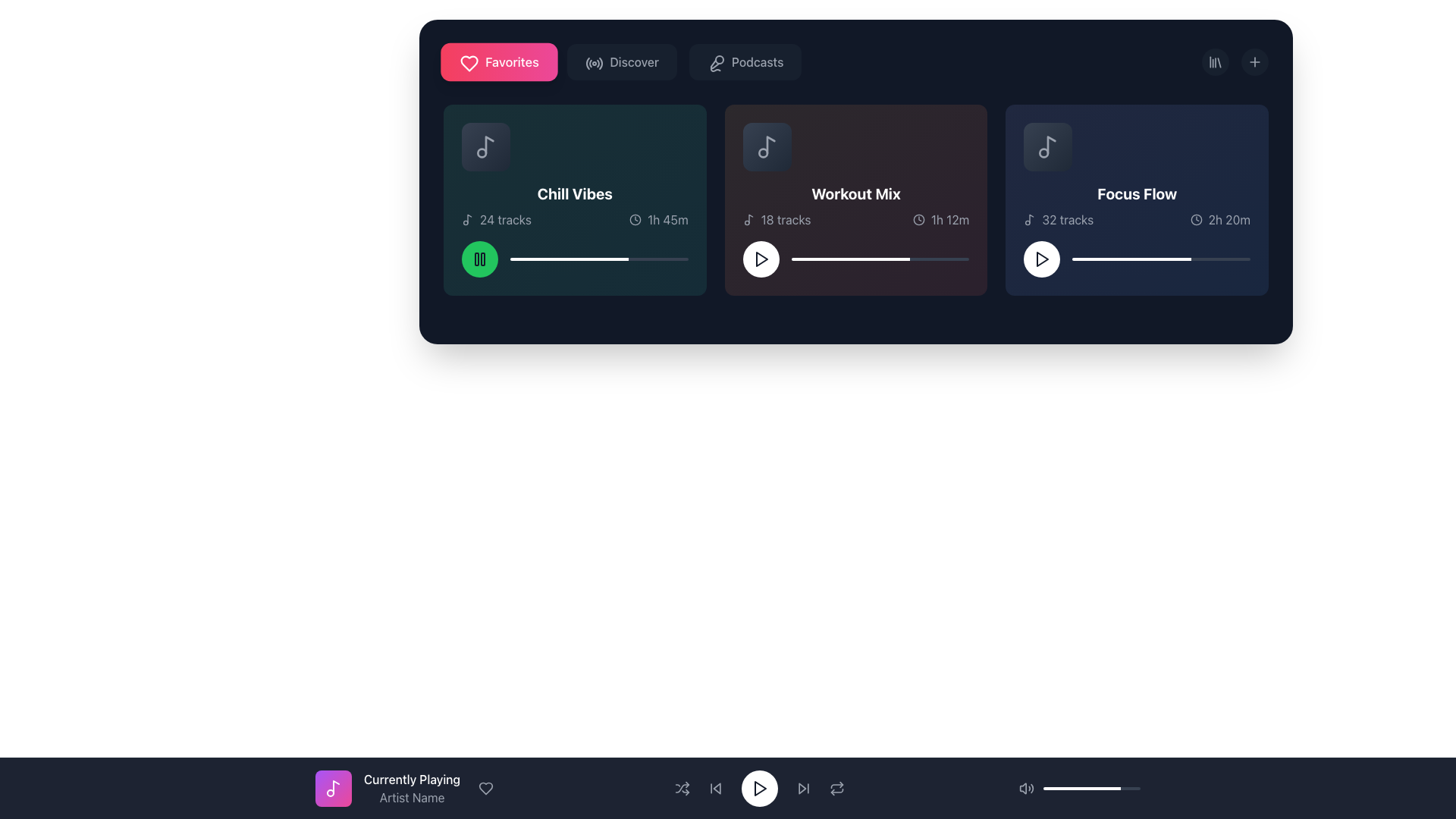 The width and height of the screenshot is (1456, 819). What do you see at coordinates (1255, 61) in the screenshot?
I see `the circular button with a dark background and lighter border that contains a white '+' icon, located at the top-right corner of the interface` at bounding box center [1255, 61].